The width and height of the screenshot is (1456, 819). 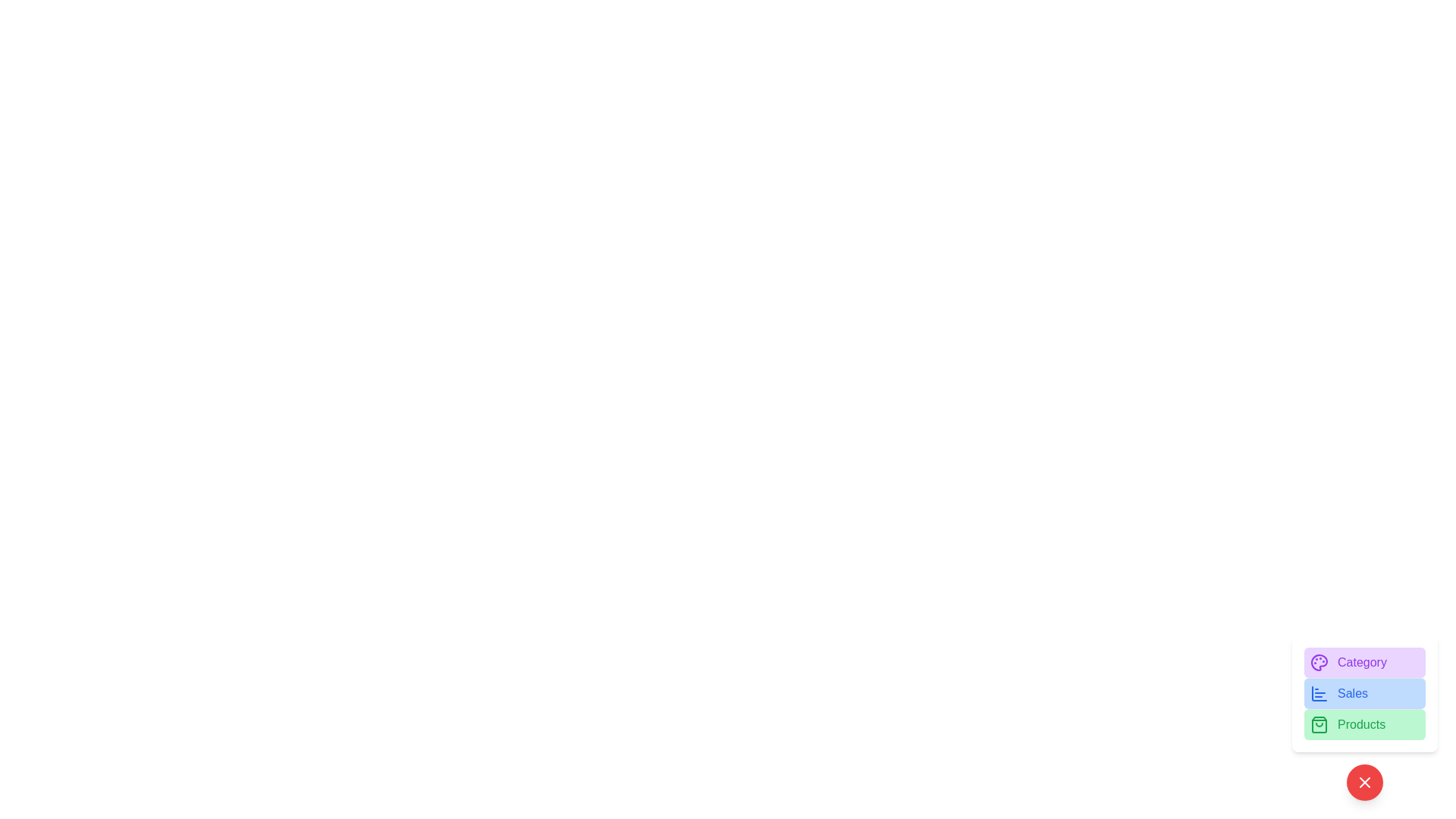 I want to click on the icon of the Sales button to display its tooltip, so click(x=1318, y=693).